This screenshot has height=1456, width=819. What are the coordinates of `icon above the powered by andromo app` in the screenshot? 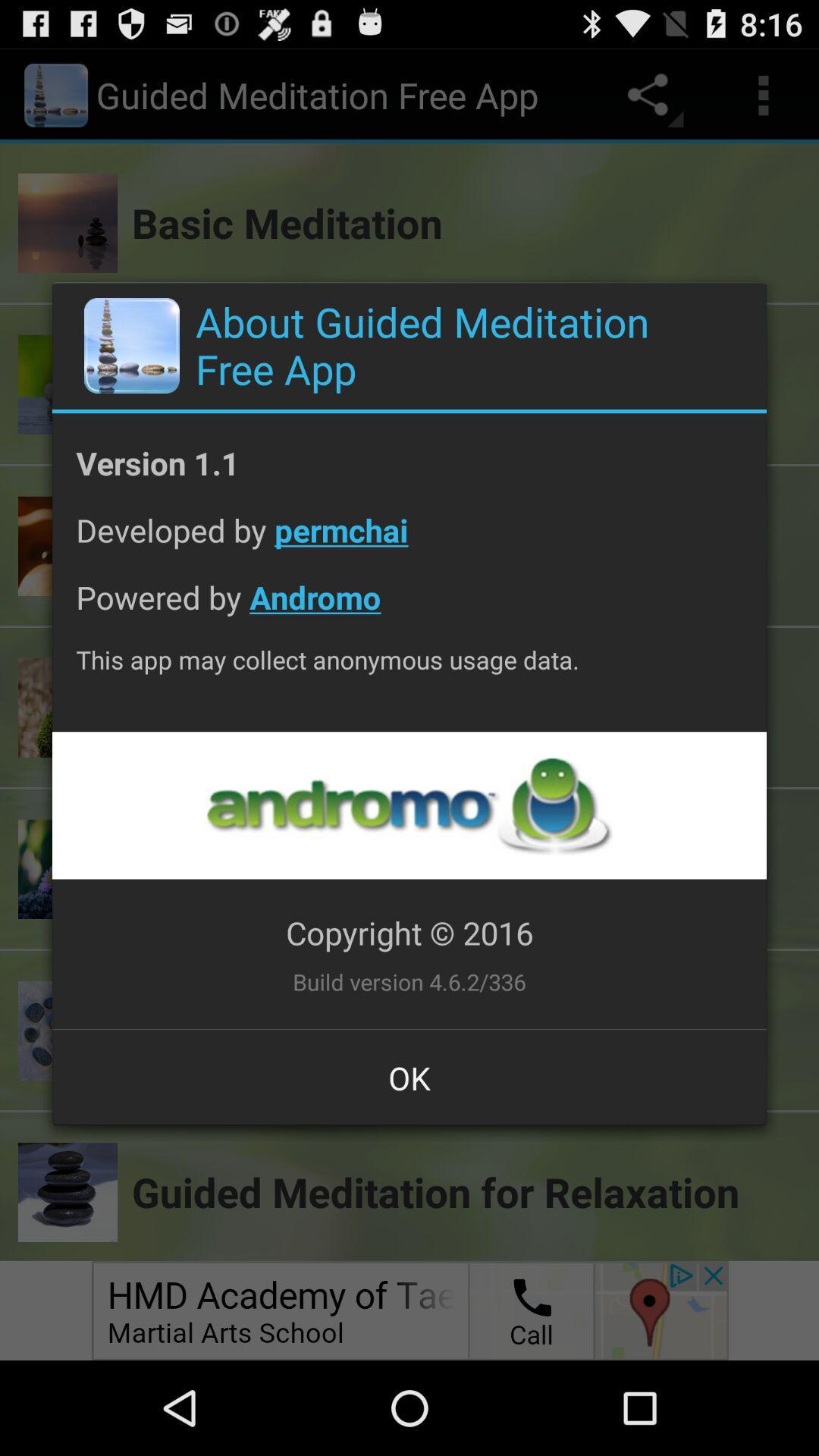 It's located at (409, 541).